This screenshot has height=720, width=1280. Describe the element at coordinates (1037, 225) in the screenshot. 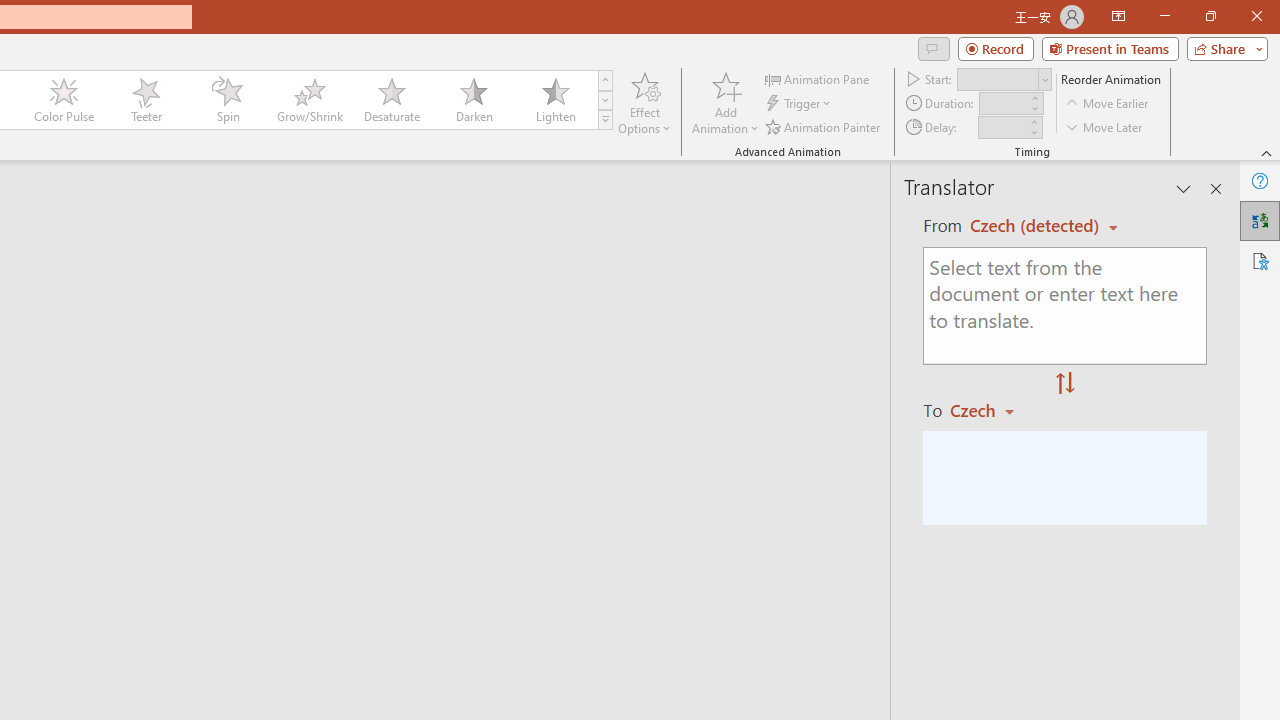

I see `'Czech (detected)'` at that location.